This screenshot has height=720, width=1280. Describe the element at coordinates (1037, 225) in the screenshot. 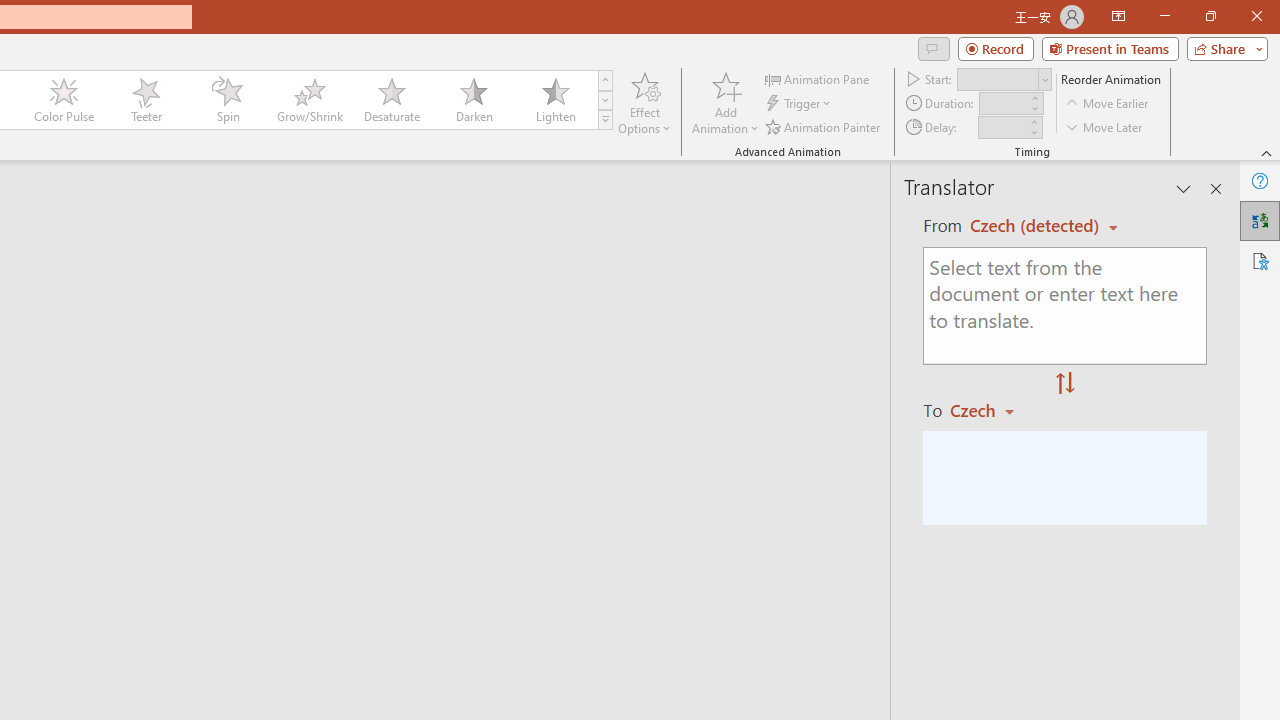

I see `'Czech (detected)'` at that location.